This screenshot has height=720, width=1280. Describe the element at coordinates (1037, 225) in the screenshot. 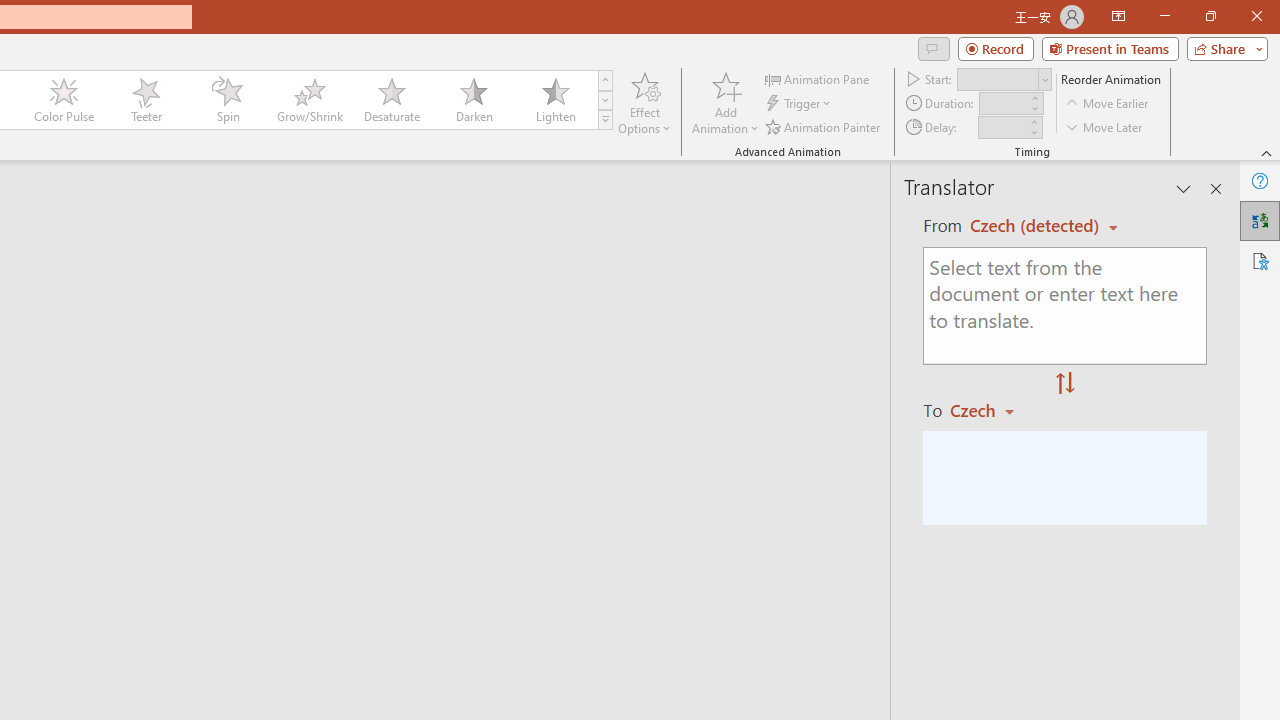

I see `'Czech (detected)'` at that location.